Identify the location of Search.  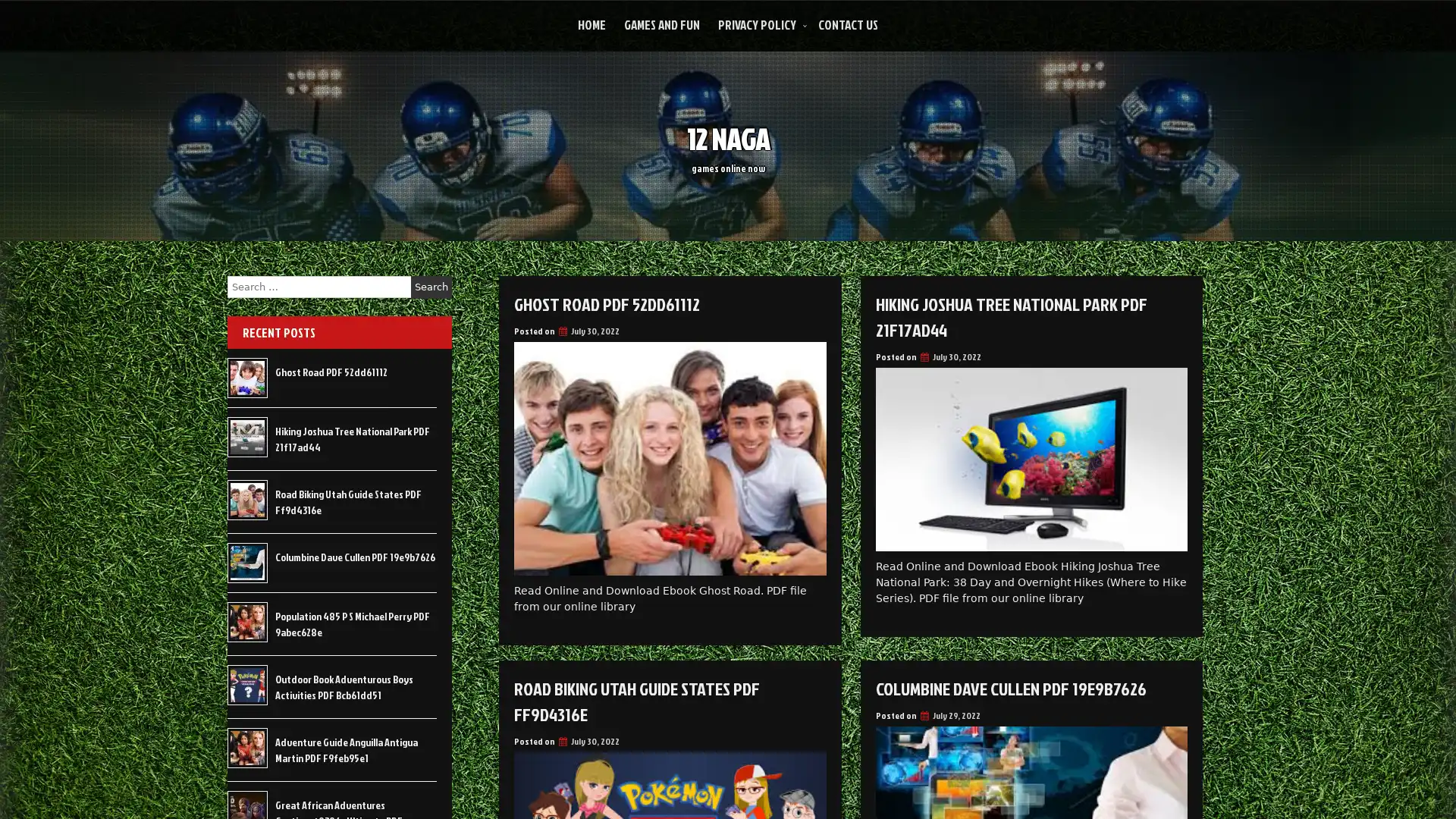
(431, 287).